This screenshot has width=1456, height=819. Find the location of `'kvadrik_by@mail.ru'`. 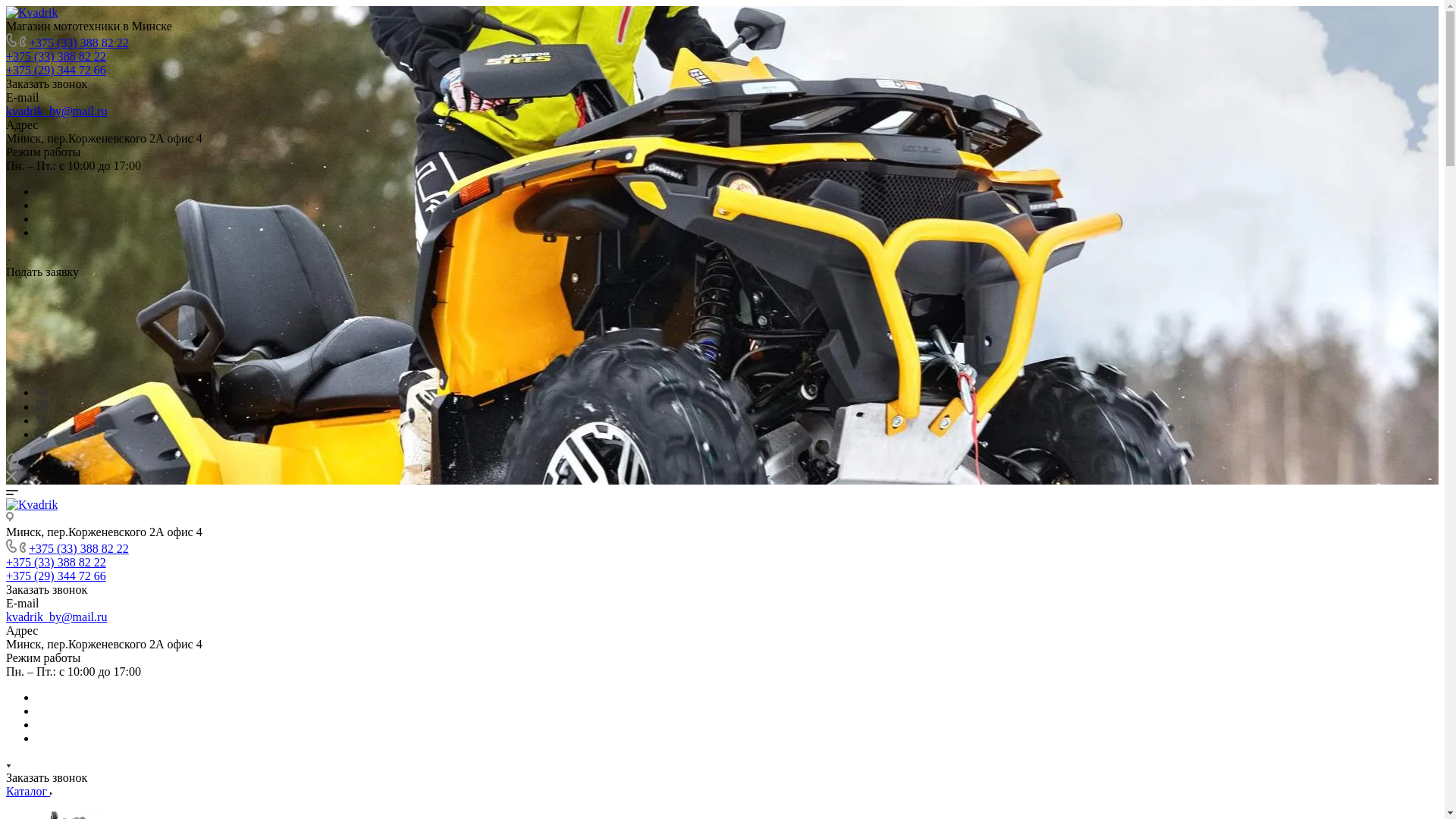

'kvadrik_by@mail.ru' is located at coordinates (6, 617).